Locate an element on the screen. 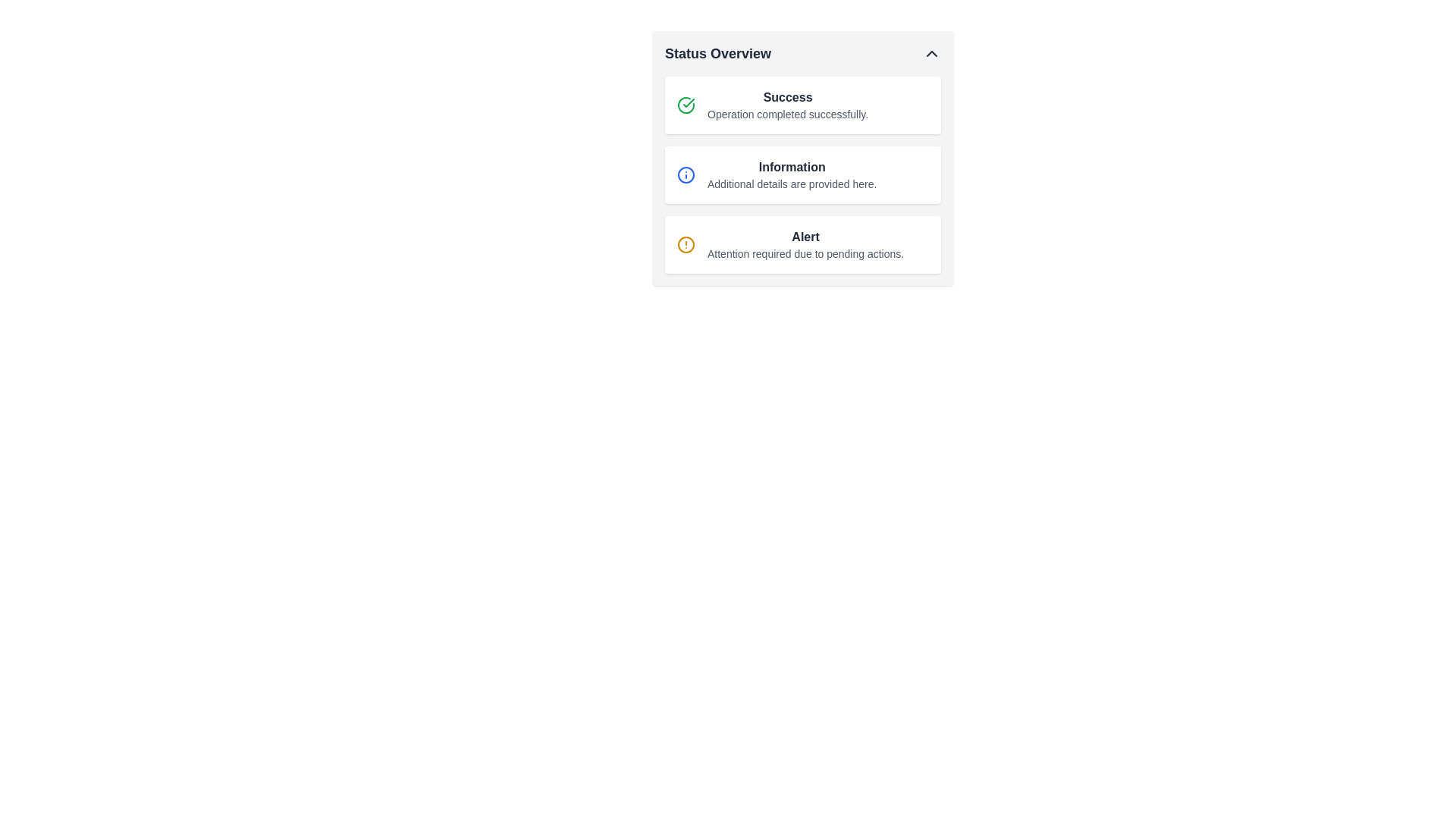 The width and height of the screenshot is (1456, 819). the Informational block in the 'Status Overview' section, which is visually emphasized with a blue information icon and contains supplementary information, located between the 'Success' and 'Alert' blocks is located at coordinates (802, 174).